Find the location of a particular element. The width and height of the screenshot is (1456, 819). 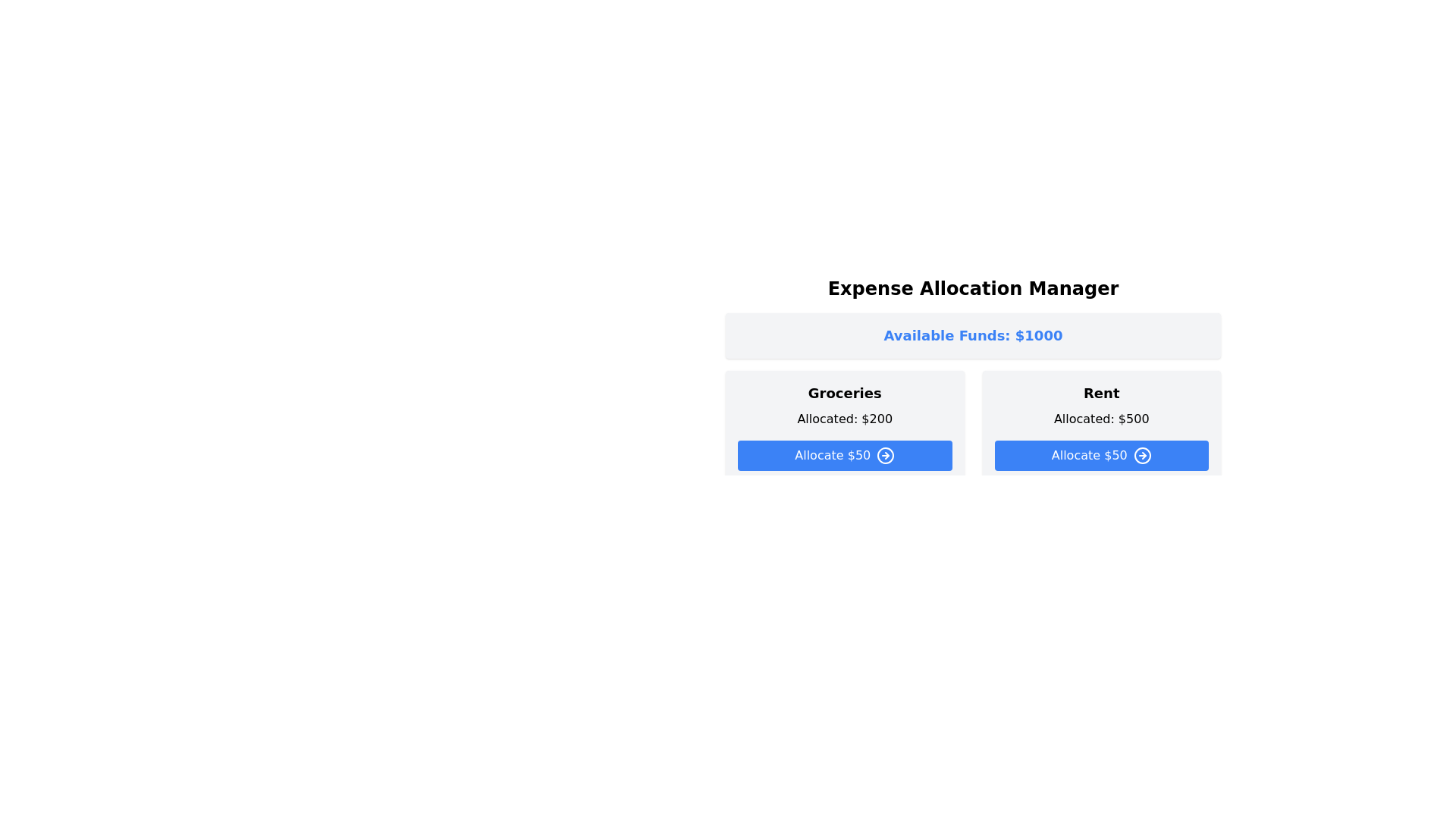

the informational text block displaying available funds for allocation, located below the 'Expense Allocation Manager' heading is located at coordinates (973, 335).